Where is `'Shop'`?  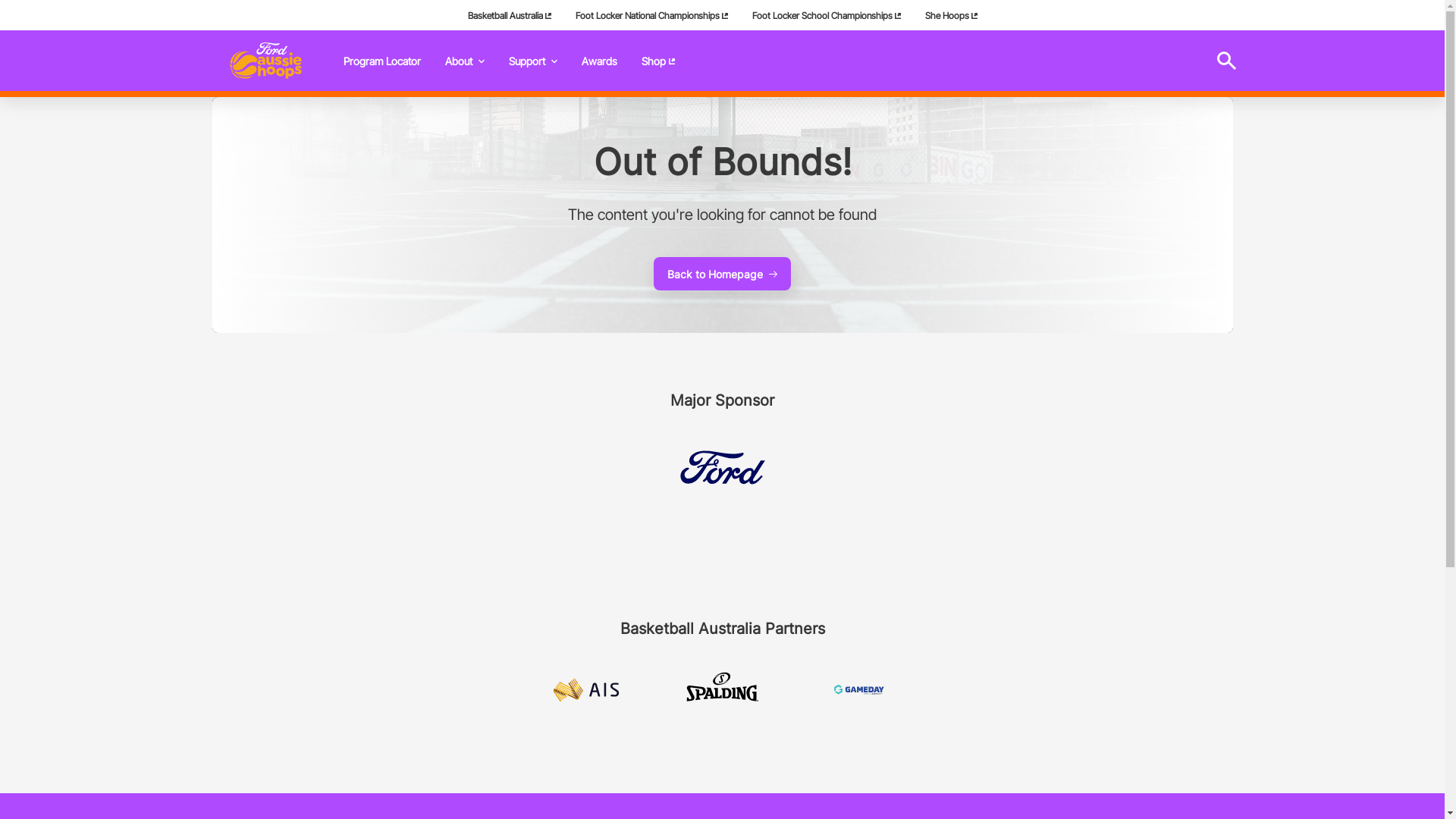
'Shop' is located at coordinates (658, 60).